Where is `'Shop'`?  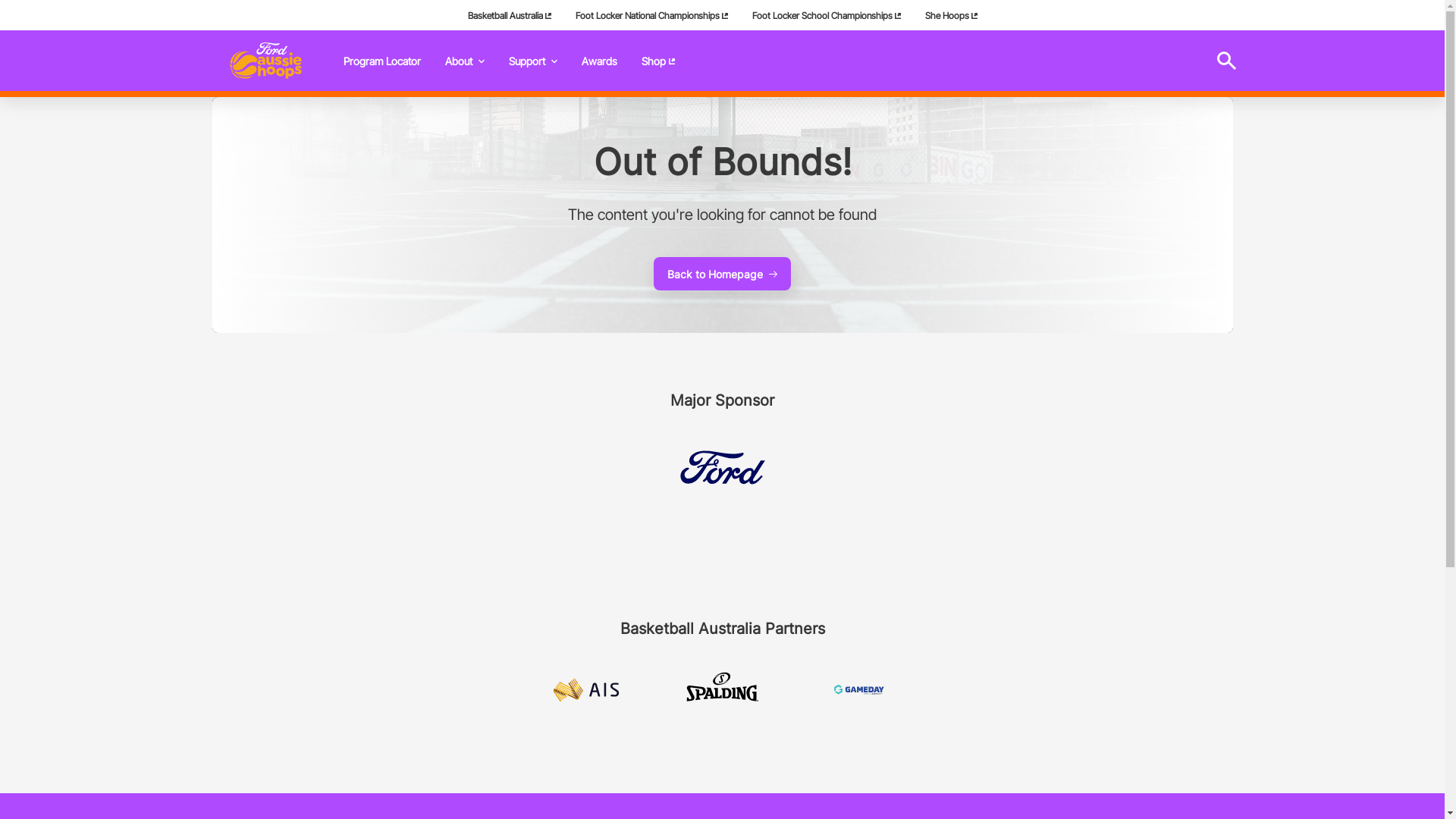
'Shop' is located at coordinates (658, 60).